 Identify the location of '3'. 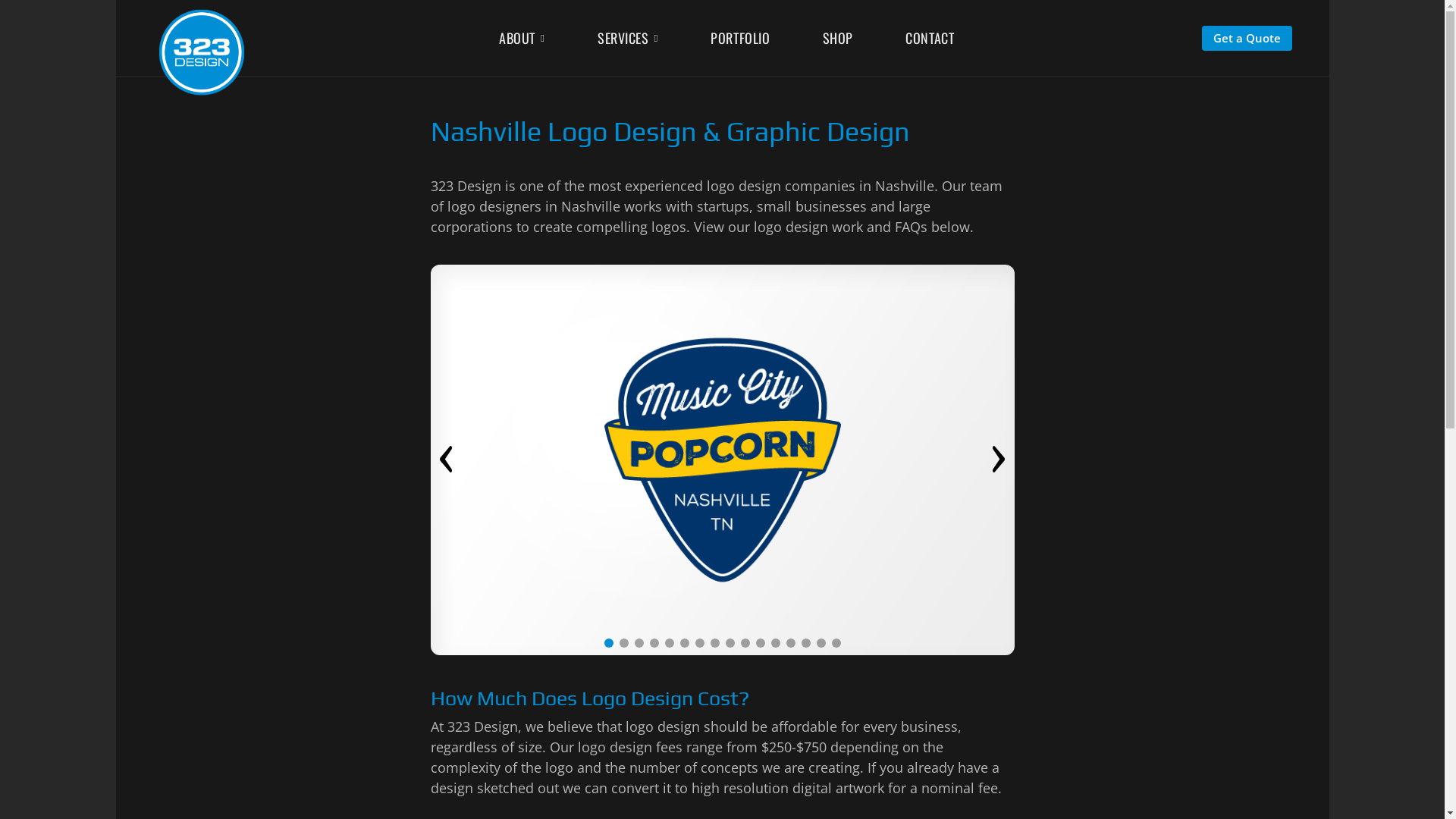
(638, 643).